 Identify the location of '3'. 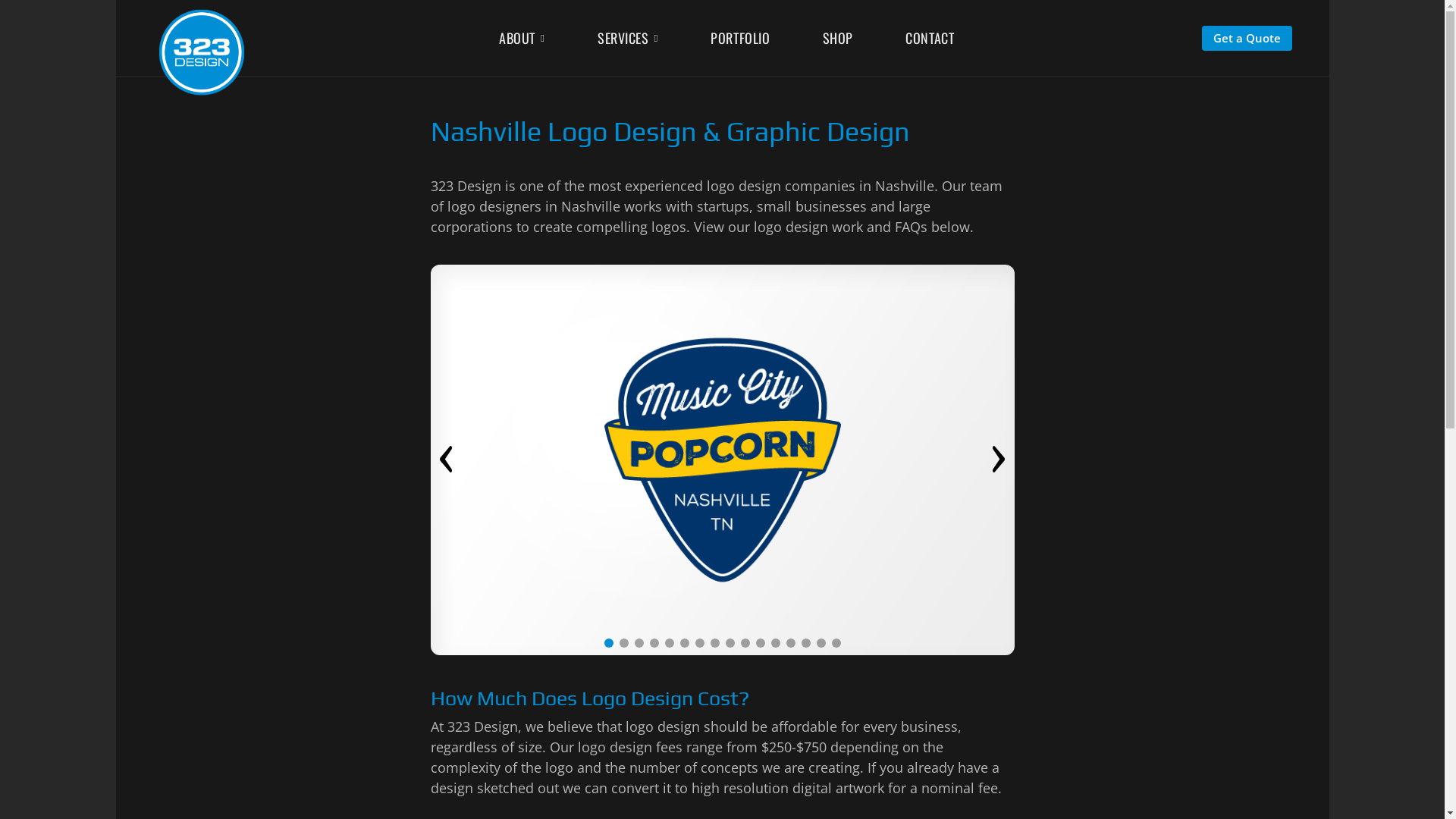
(638, 643).